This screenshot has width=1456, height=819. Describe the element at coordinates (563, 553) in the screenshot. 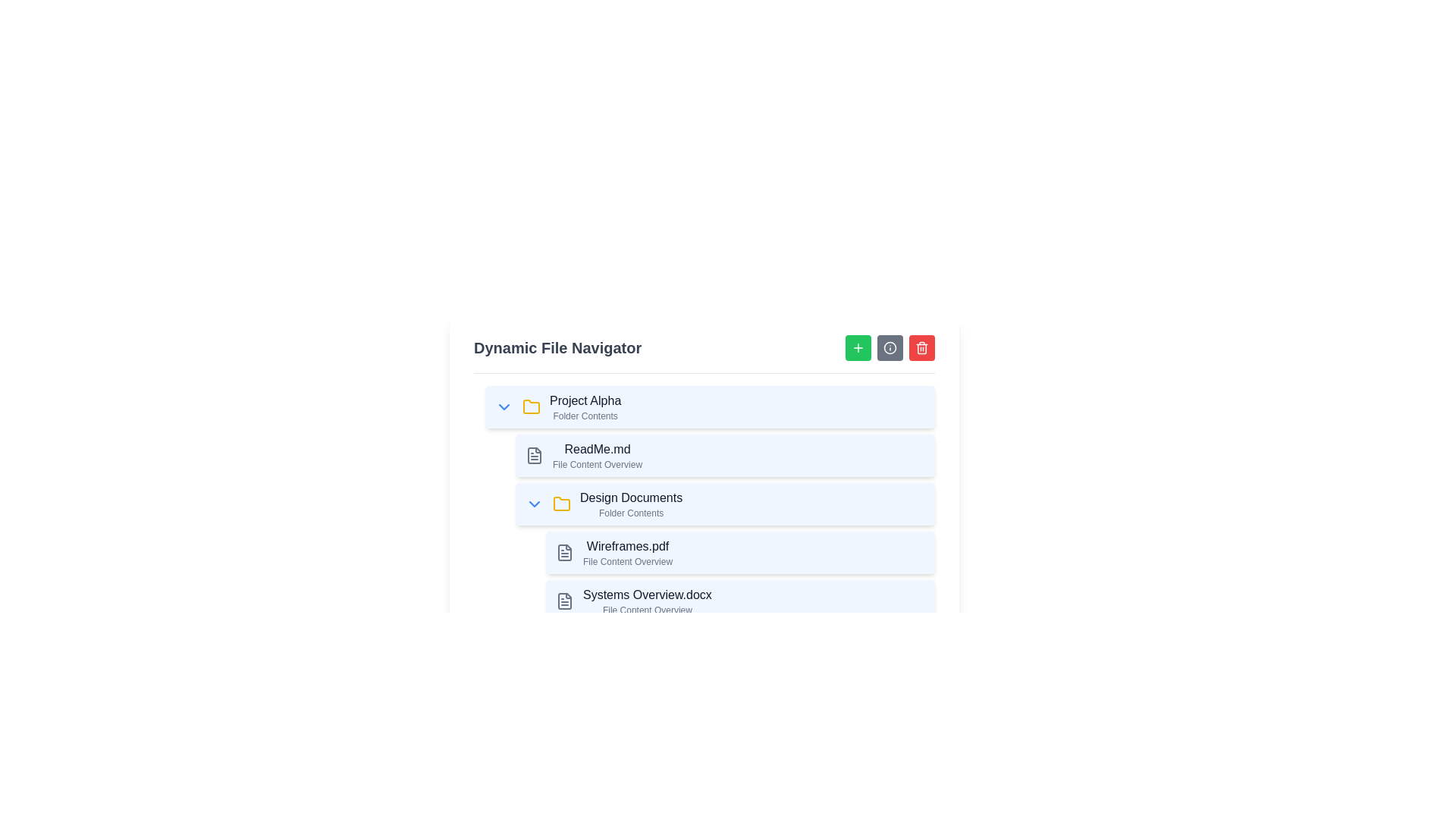

I see `the document file icon, which is a gray rectangular icon with rounded corners` at that location.